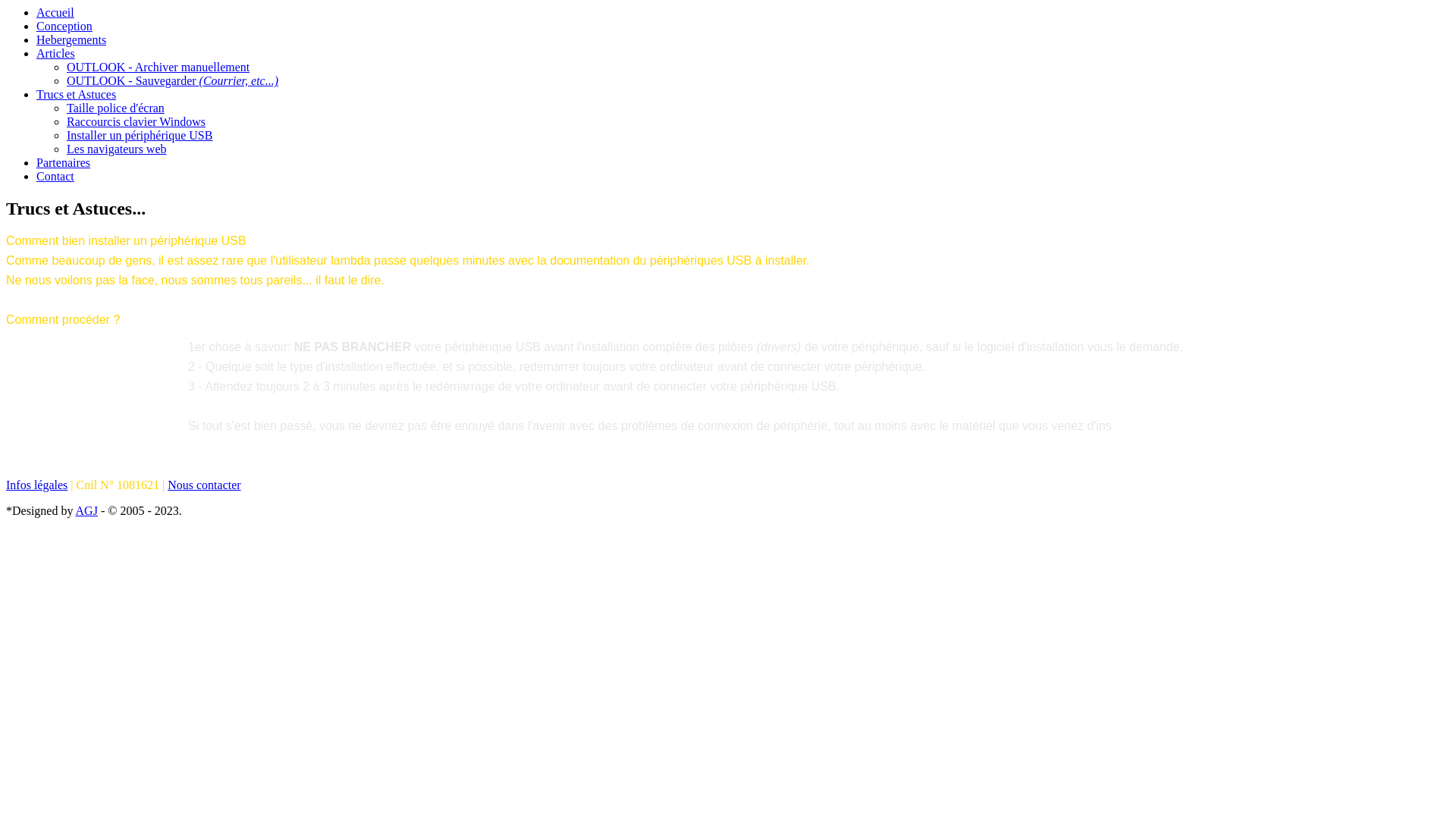  What do you see at coordinates (36, 94) in the screenshot?
I see `'Trucs et Astuces'` at bounding box center [36, 94].